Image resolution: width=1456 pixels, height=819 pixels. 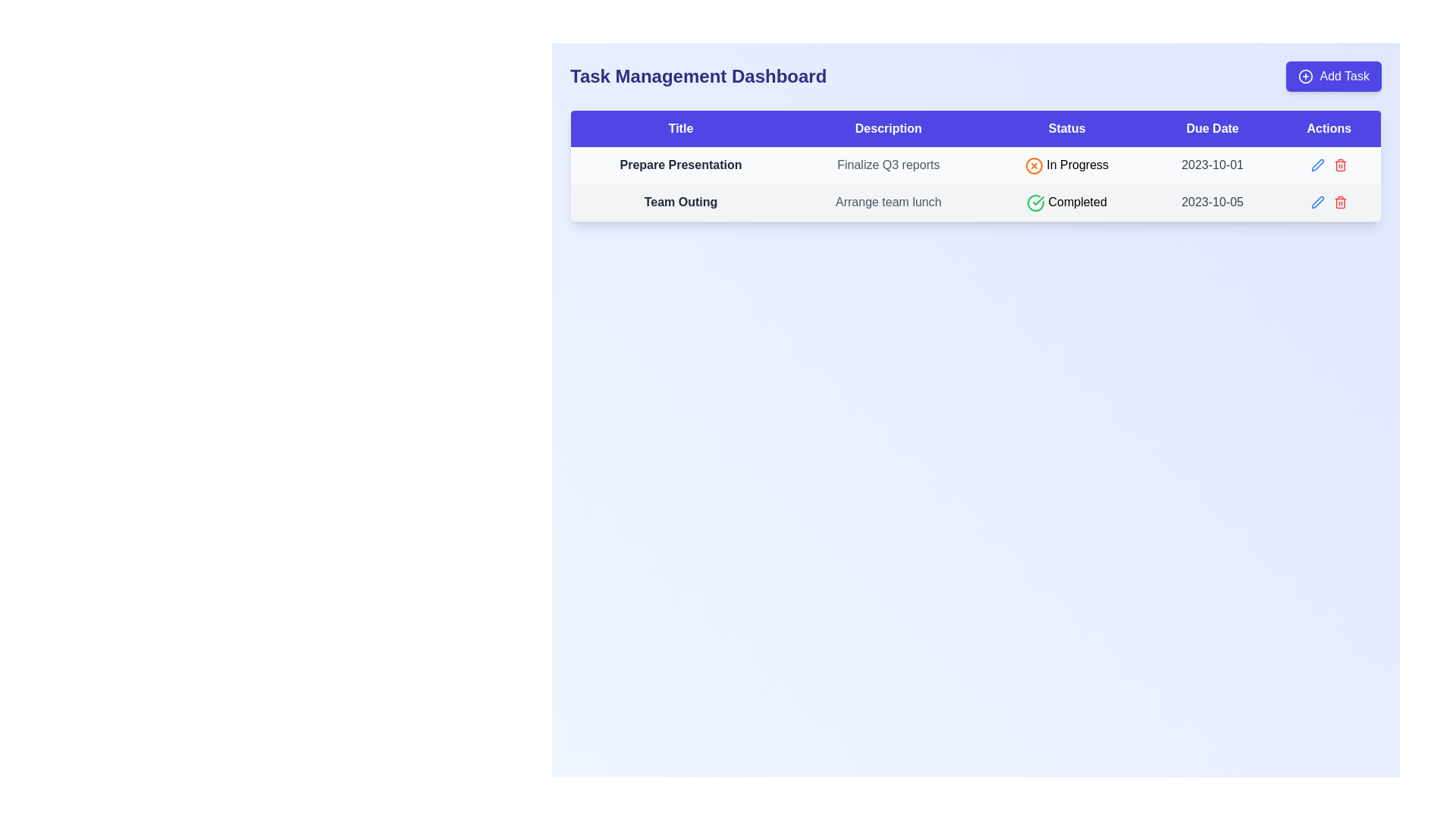 I want to click on task details for the 'Team Outing' task located in the second row of the task list table, which includes its description, completion status, and due date, so click(x=975, y=201).